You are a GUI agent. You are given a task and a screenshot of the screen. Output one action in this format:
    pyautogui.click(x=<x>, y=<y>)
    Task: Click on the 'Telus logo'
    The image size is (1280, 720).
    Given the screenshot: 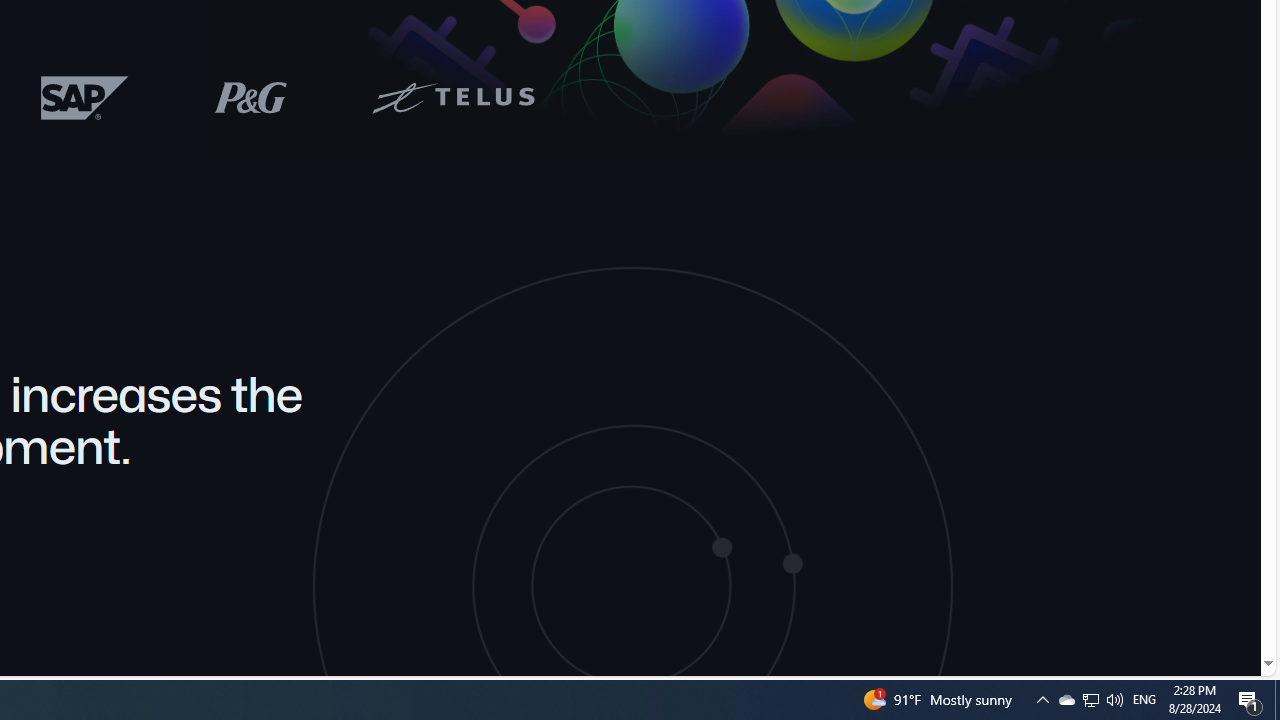 What is the action you would take?
    pyautogui.click(x=452, y=97)
    